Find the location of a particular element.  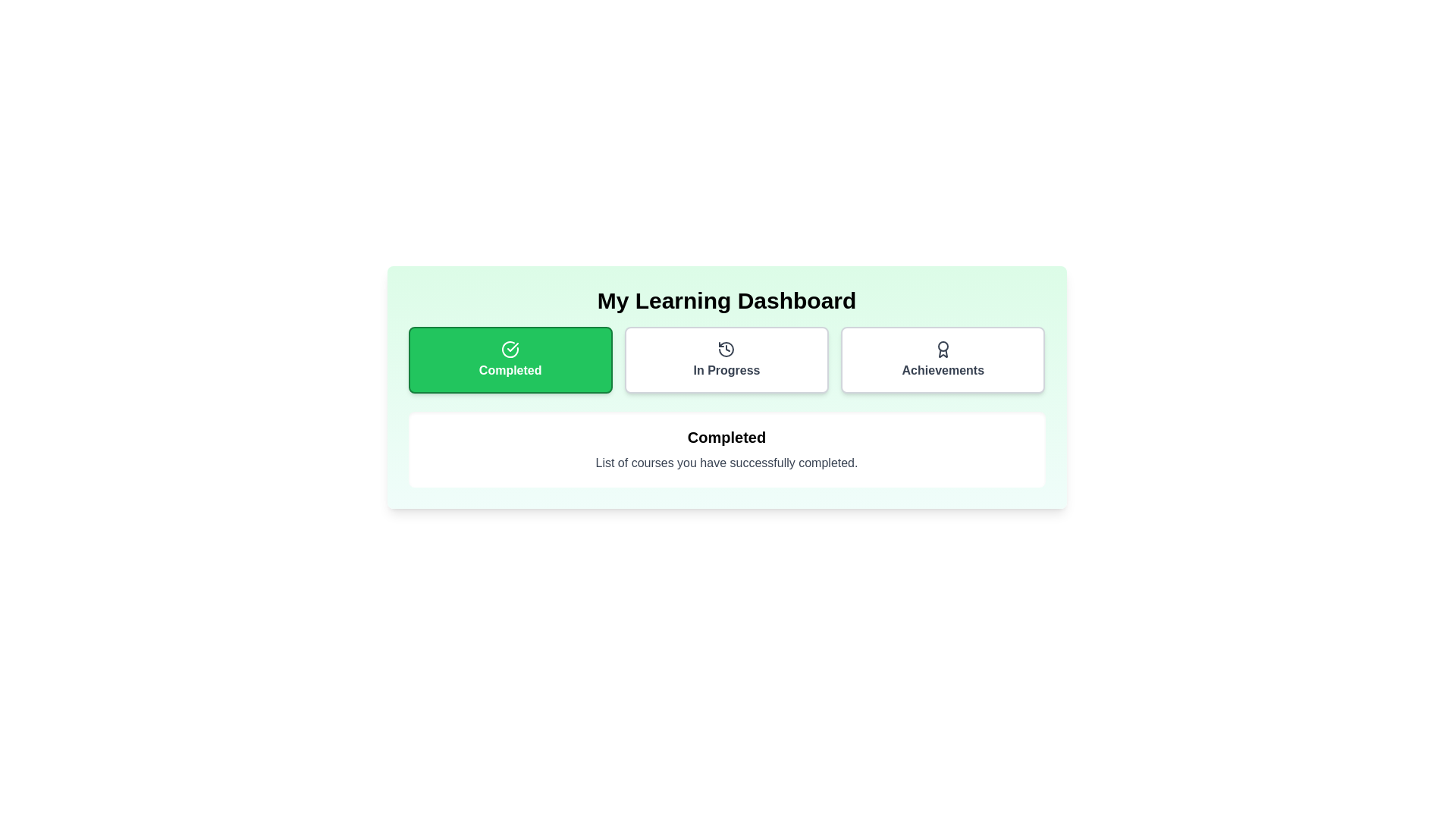

the Completed tab by clicking on it is located at coordinates (510, 359).